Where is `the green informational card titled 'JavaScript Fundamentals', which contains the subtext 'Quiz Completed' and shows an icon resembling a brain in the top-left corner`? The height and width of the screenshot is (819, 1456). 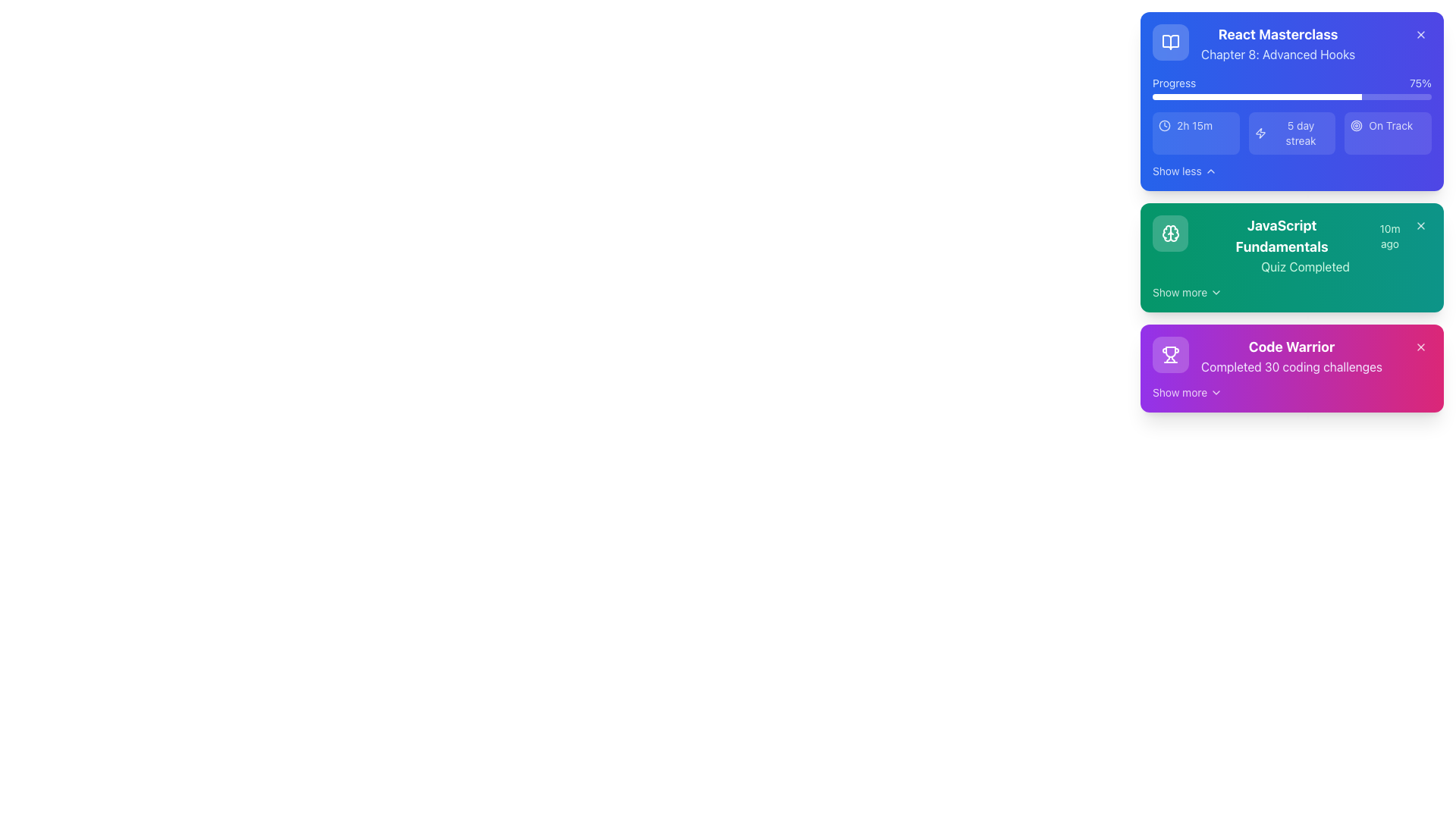 the green informational card titled 'JavaScript Fundamentals', which contains the subtext 'Quiz Completed' and shows an icon resembling a brain in the top-left corner is located at coordinates (1291, 256).